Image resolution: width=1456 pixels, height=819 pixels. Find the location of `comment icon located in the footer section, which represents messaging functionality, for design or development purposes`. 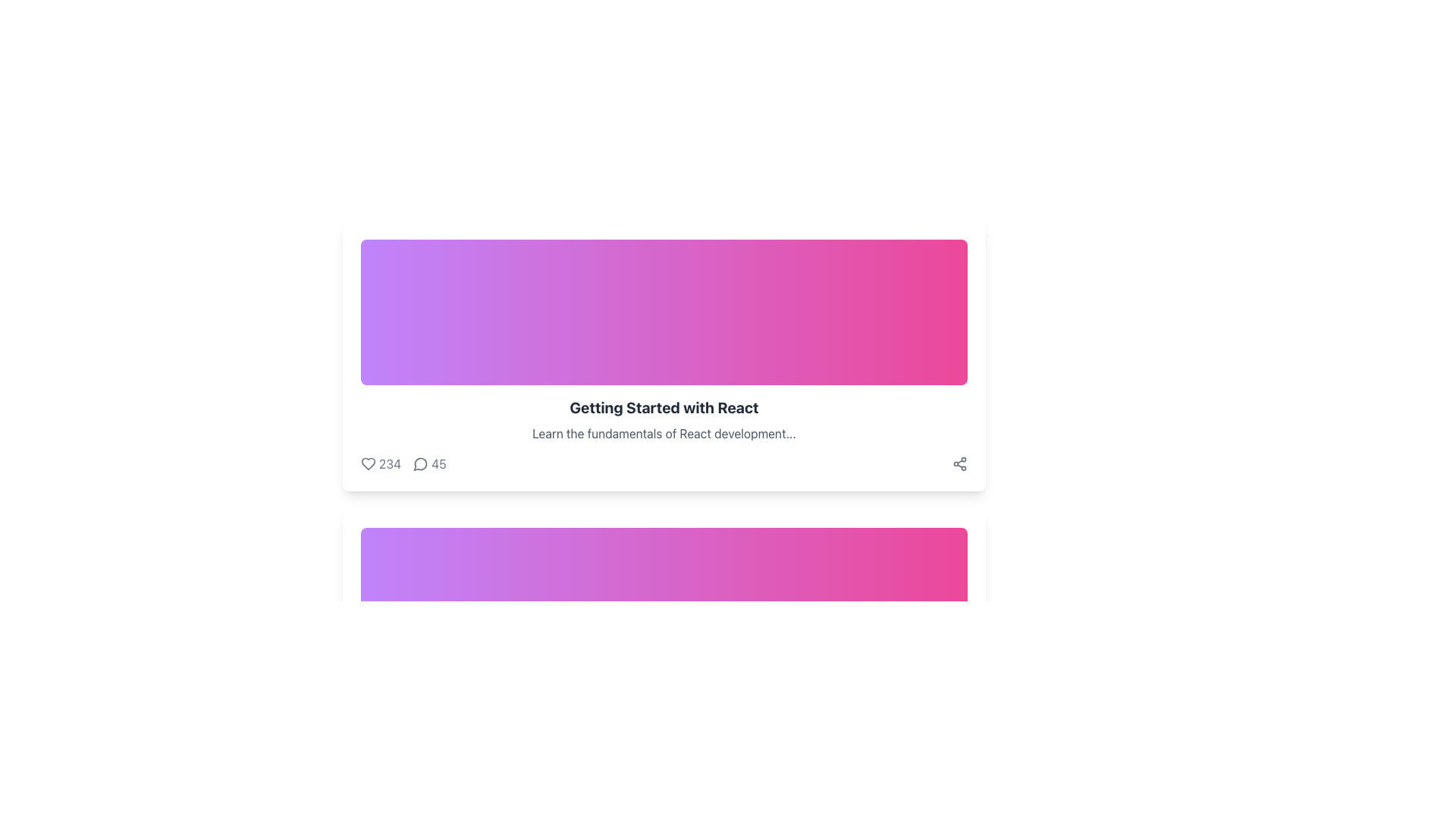

comment icon located in the footer section, which represents messaging functionality, for design or development purposes is located at coordinates (418, 752).